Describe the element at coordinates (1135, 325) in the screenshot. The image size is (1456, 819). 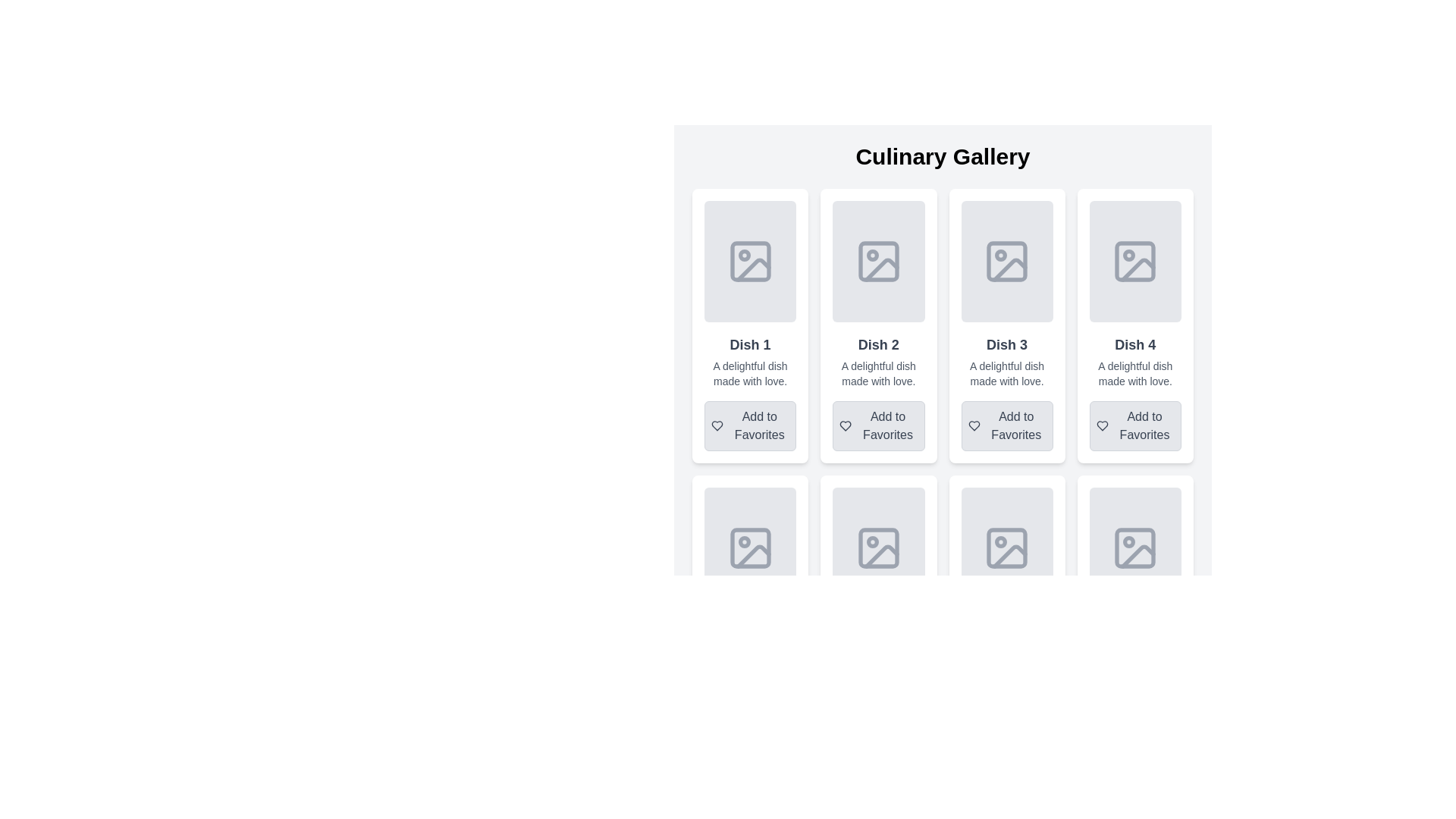
I see `the fourth card in the grid layout, which has a white background and contains the title 'Dish 4'` at that location.